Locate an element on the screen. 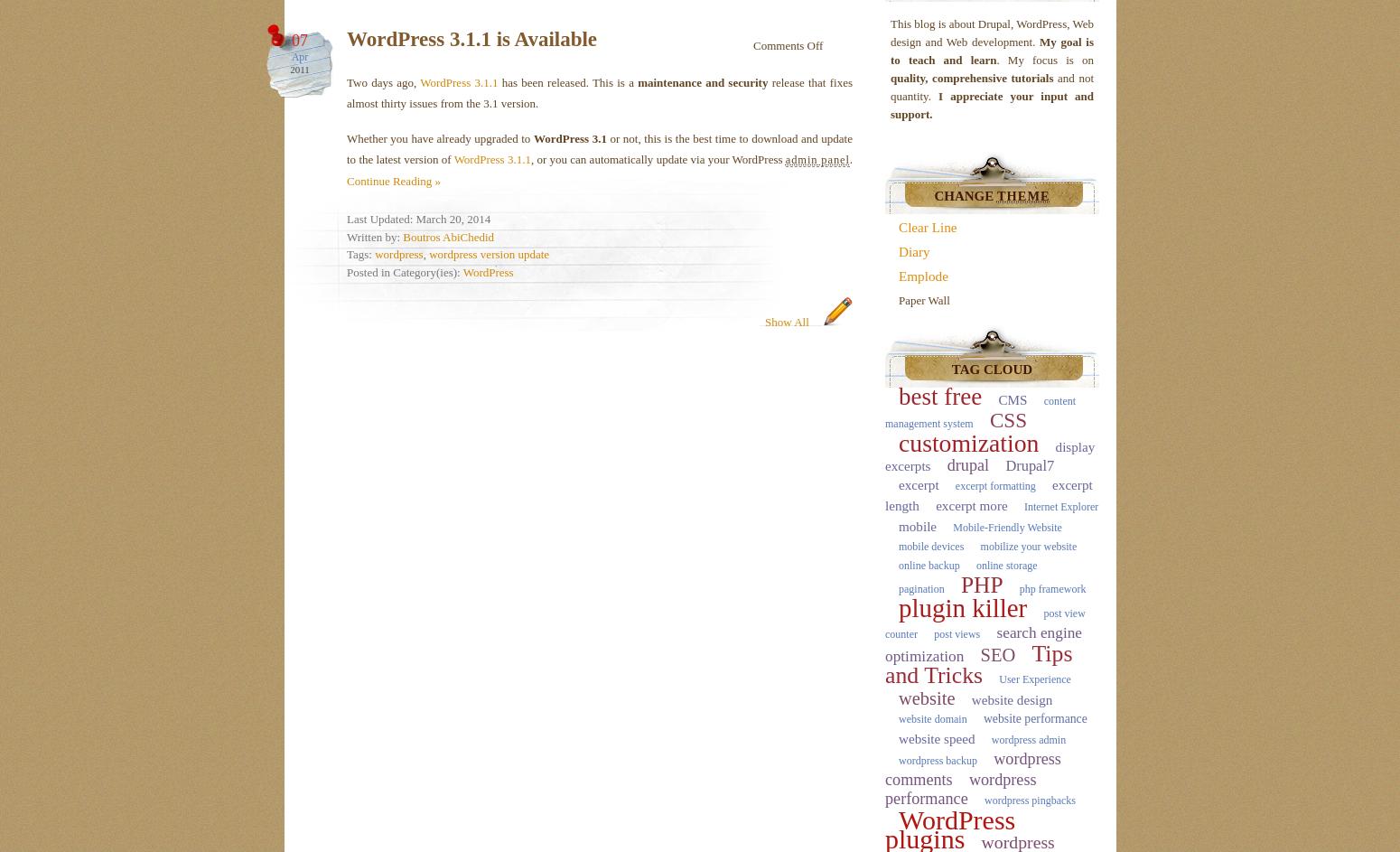 This screenshot has width=1400, height=852. 'online backup' is located at coordinates (929, 564).